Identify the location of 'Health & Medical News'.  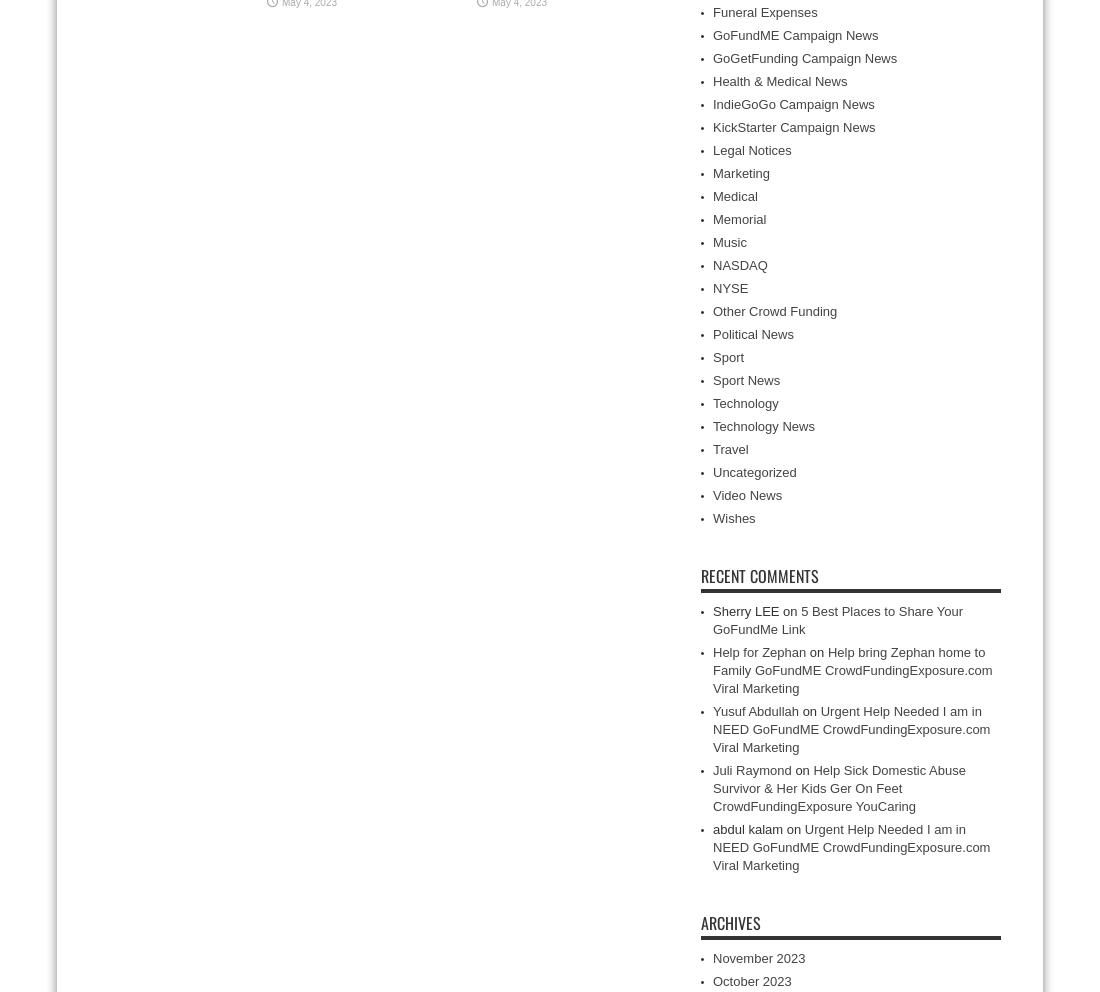
(712, 81).